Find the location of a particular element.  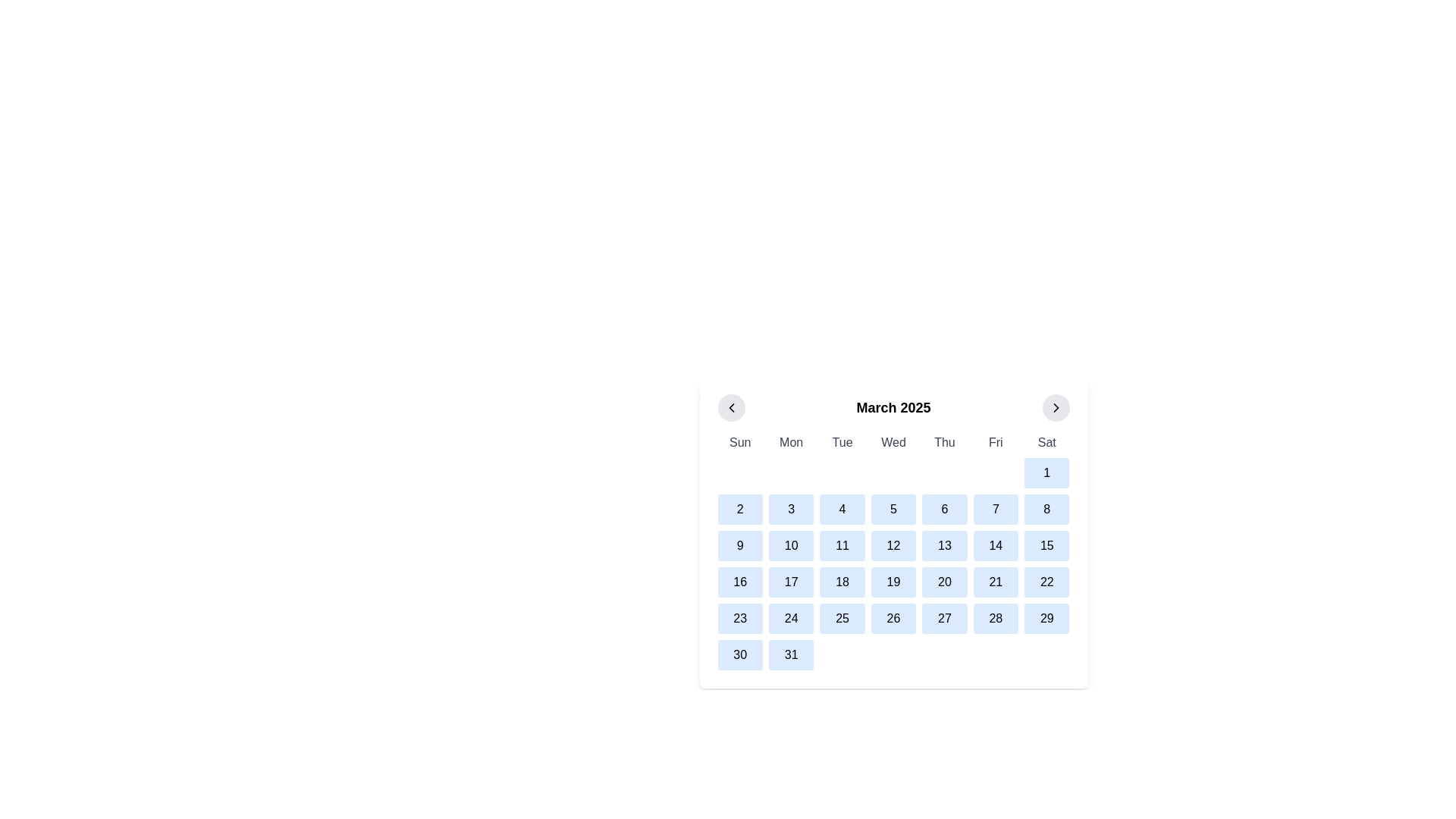

the button representing the 6th day of the month in the calendar is located at coordinates (943, 509).